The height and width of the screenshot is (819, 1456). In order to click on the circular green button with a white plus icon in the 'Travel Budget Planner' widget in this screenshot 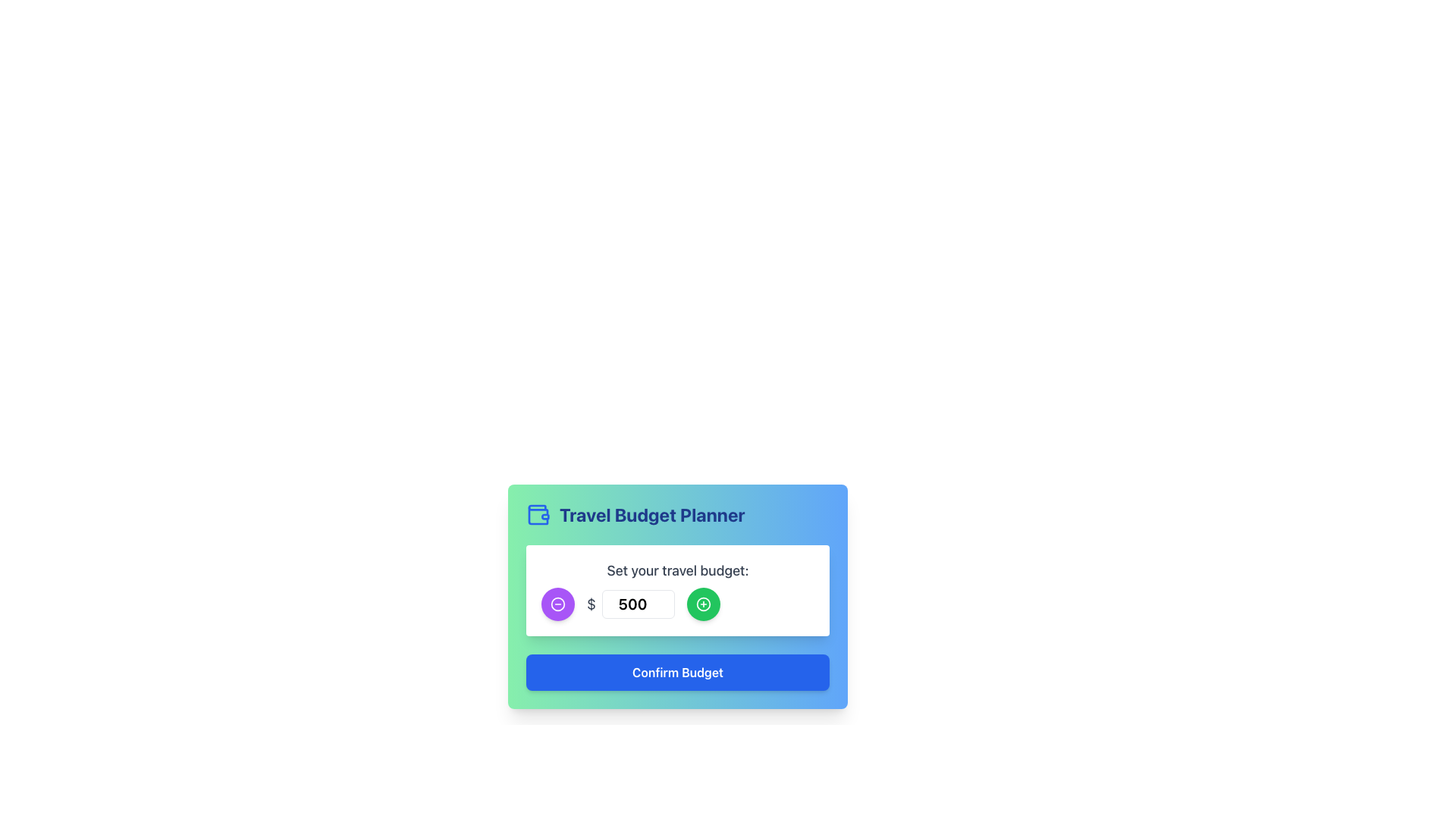, I will do `click(702, 604)`.